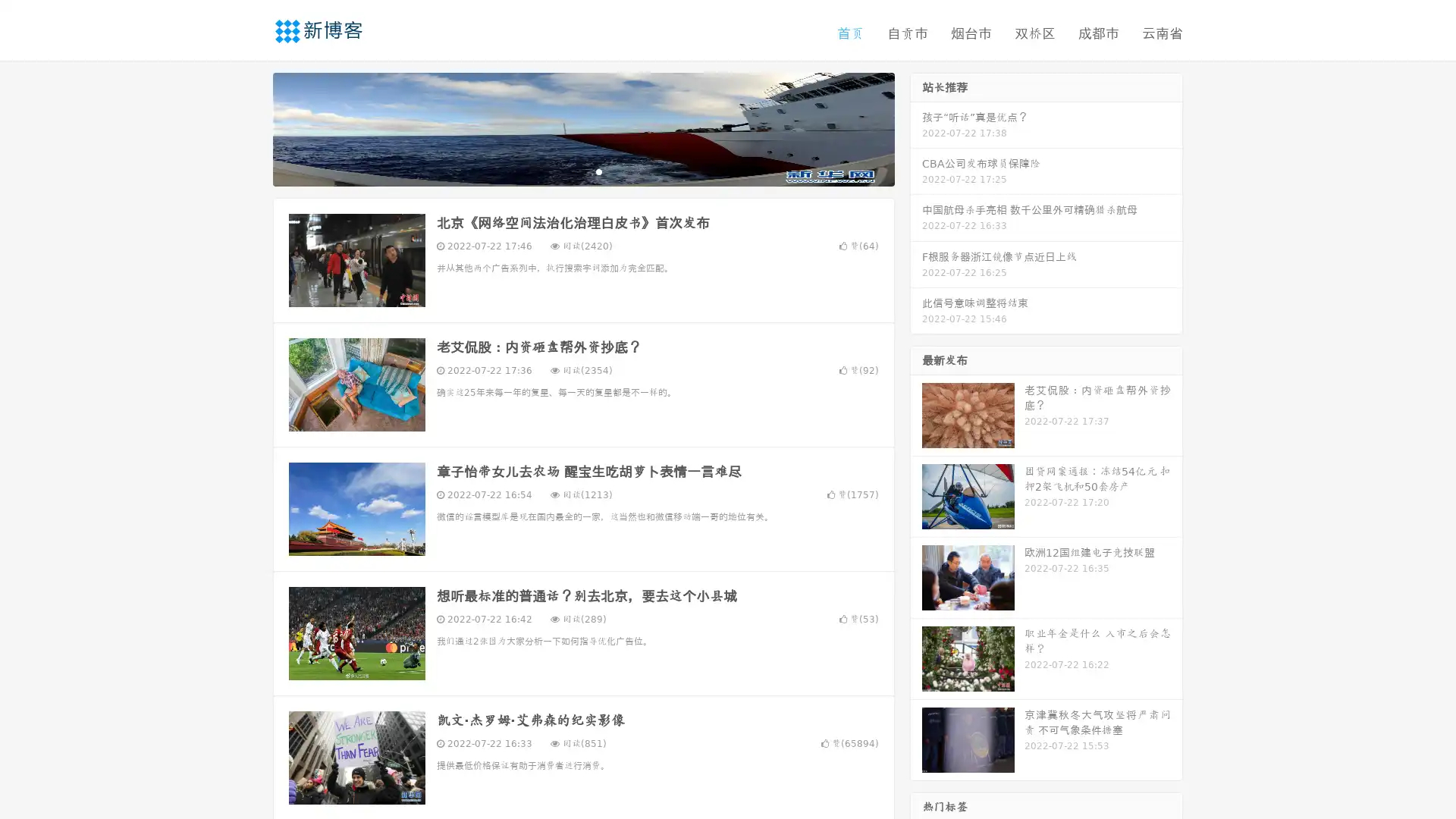 This screenshot has height=819, width=1456. Describe the element at coordinates (567, 171) in the screenshot. I see `Go to slide 1` at that location.